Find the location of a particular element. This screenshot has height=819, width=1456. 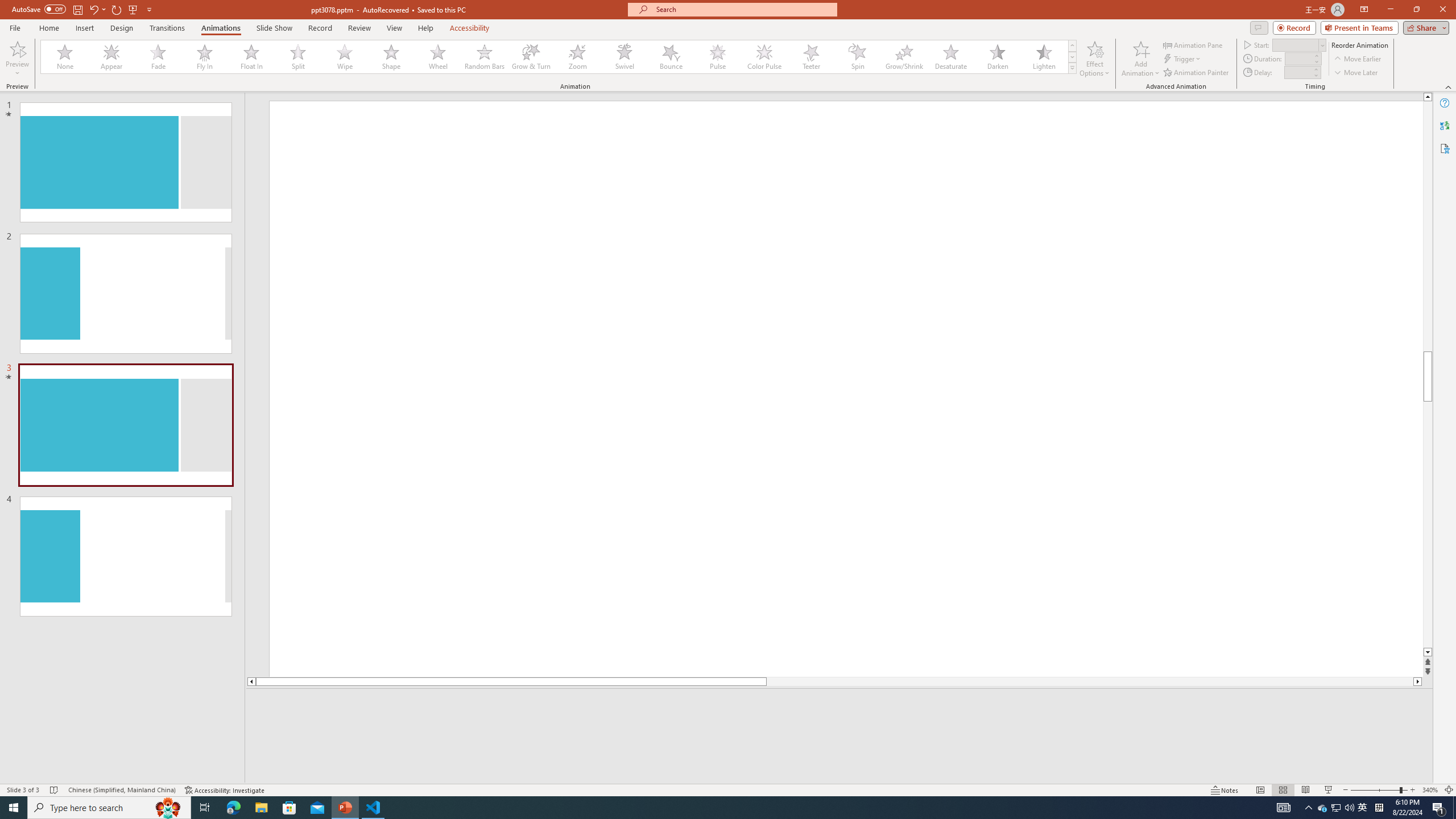

'Teeter' is located at coordinates (810, 56).